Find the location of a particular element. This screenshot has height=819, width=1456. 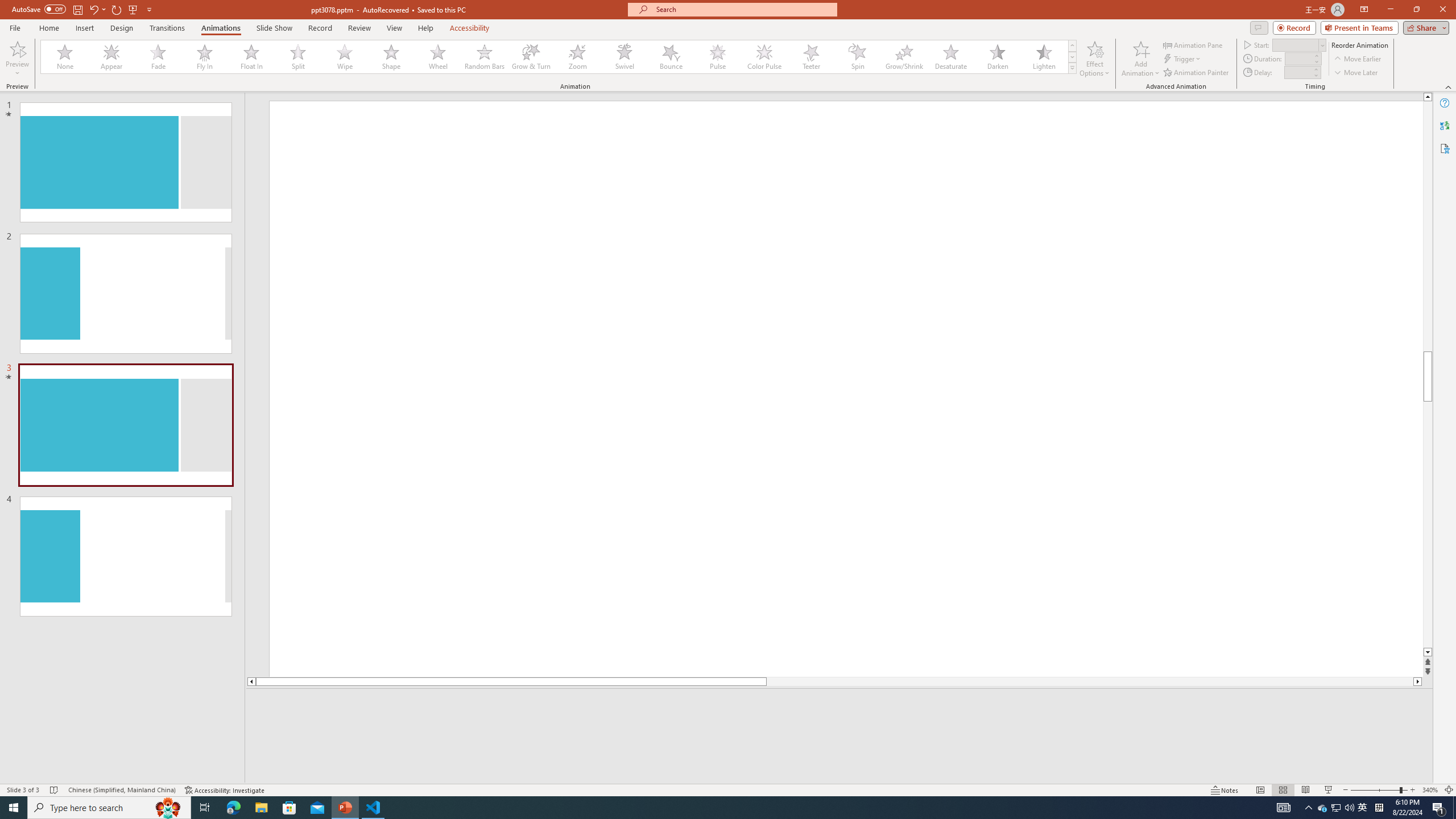

'Teeter' is located at coordinates (810, 56).